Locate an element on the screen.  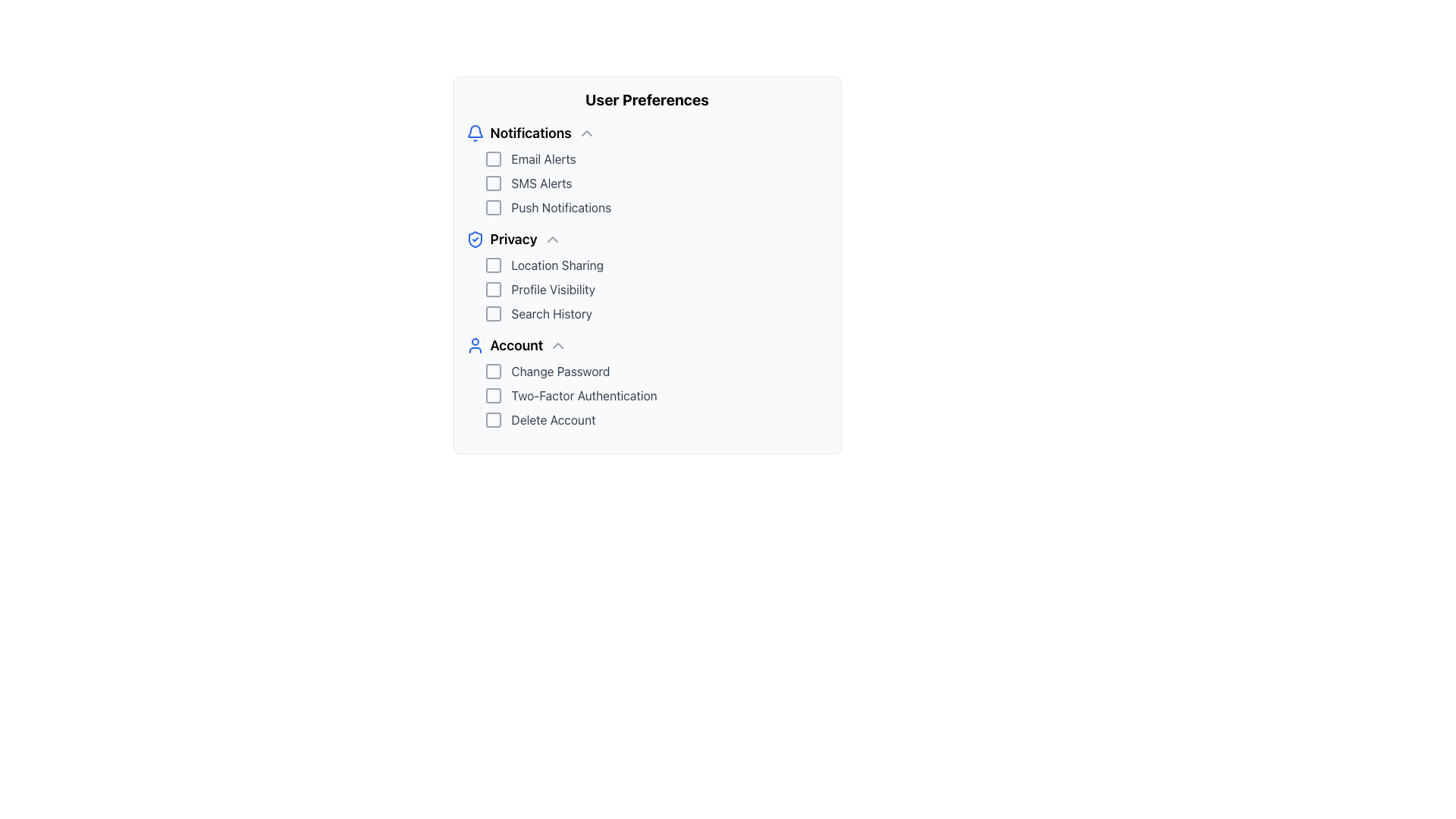
the bold text label 'Account' which is centrally positioned in the user preference list, serving as a section header above account settings options is located at coordinates (516, 345).